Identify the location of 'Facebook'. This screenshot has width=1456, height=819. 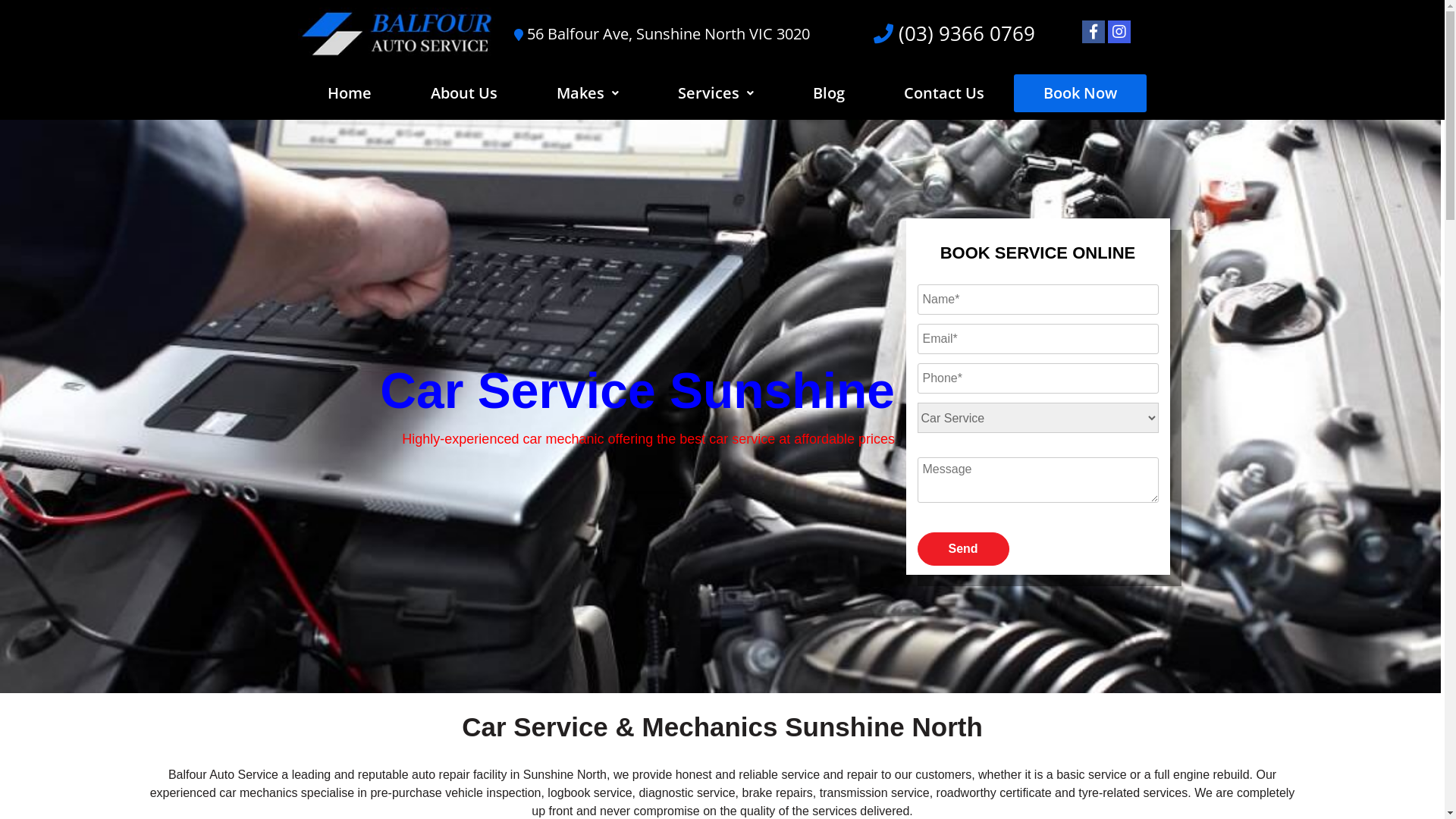
(1088, 32).